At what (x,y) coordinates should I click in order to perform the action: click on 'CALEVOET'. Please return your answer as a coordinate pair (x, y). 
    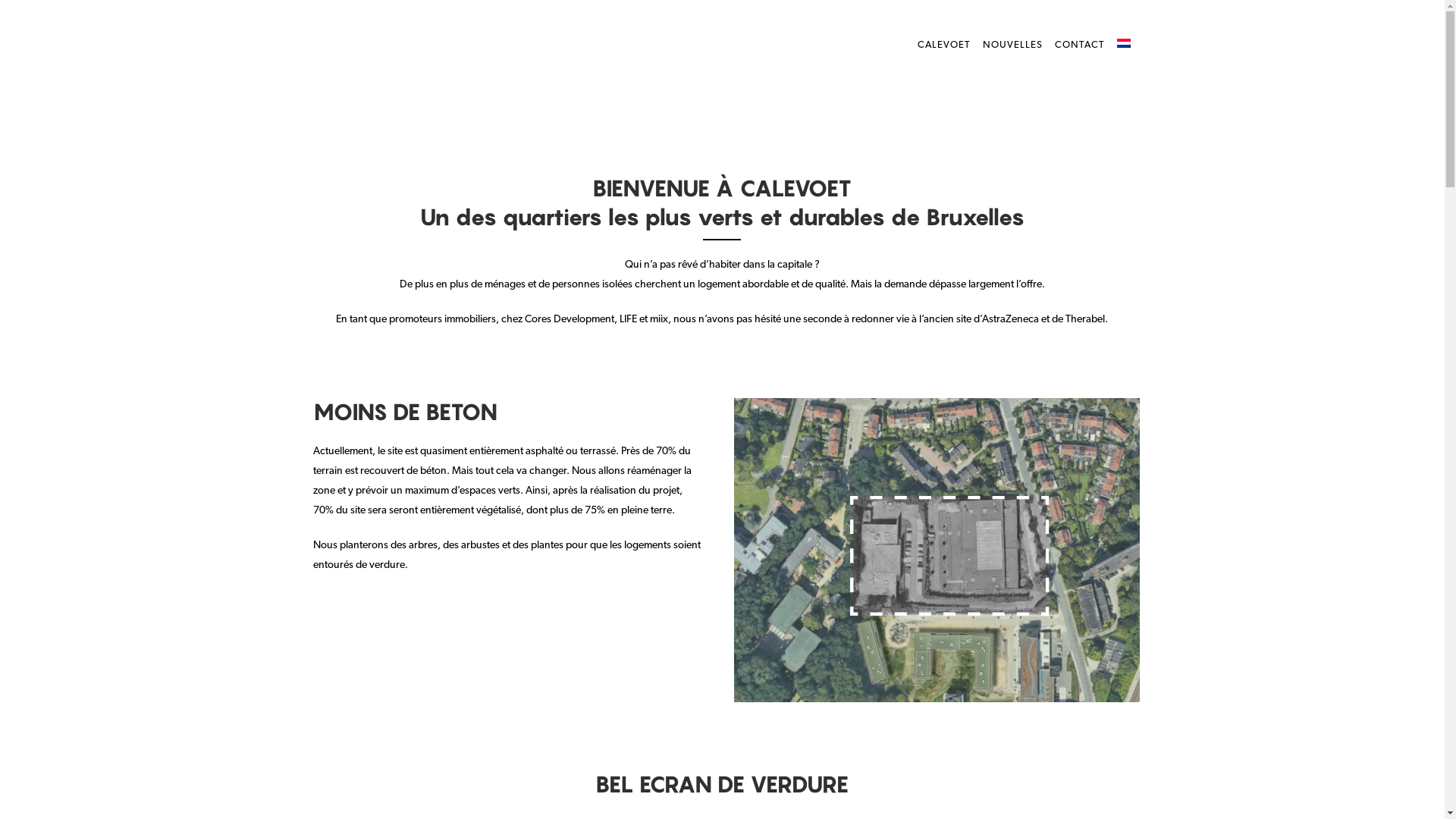
    Looking at the image, I should click on (910, 45).